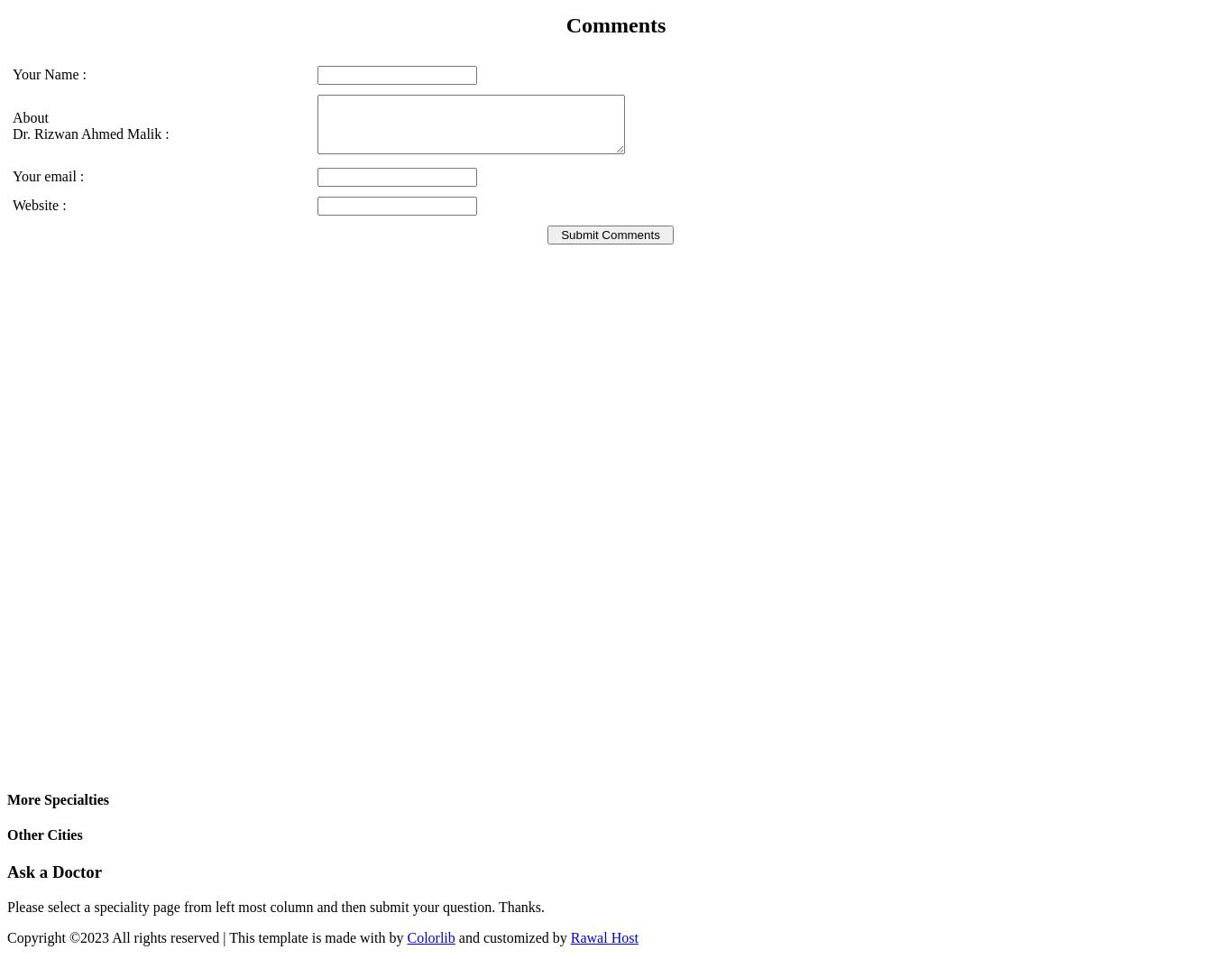 The image size is (1232, 959). Describe the element at coordinates (396, 936) in the screenshot. I see `'by'` at that location.